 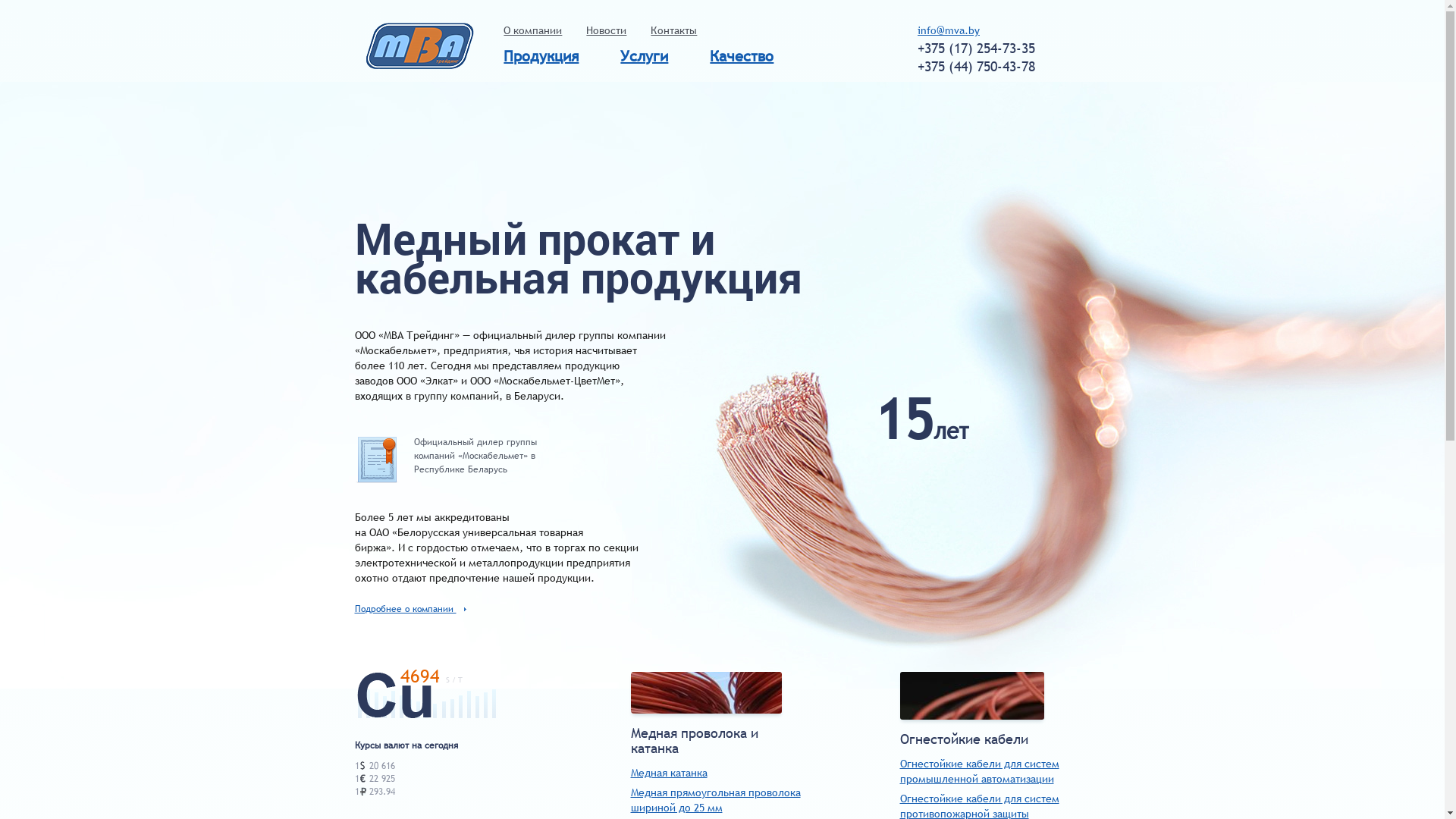 I want to click on 'info@mva.by', so click(x=916, y=30).